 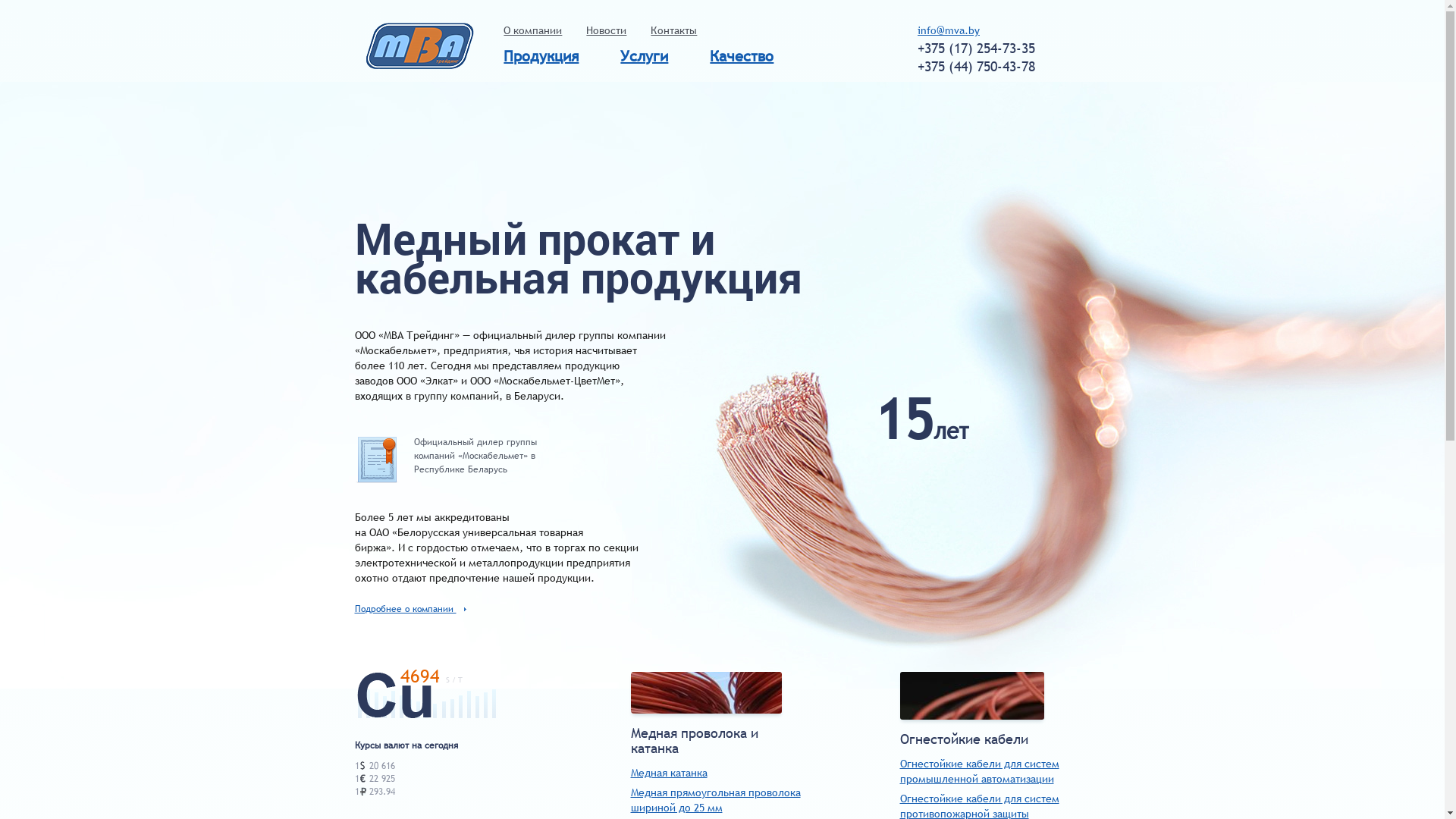 I want to click on 'info@mva.by', so click(x=916, y=30).